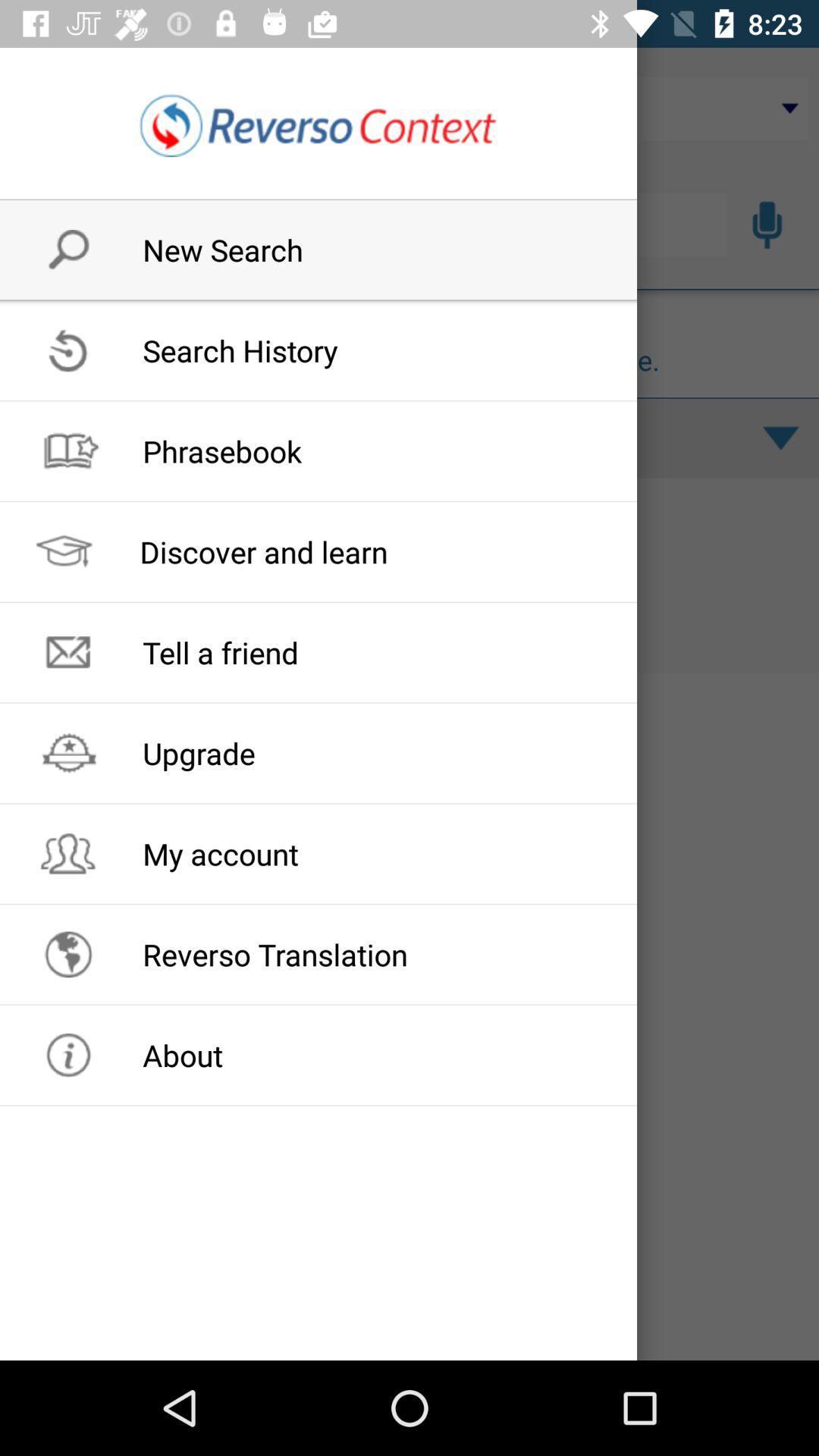 Image resolution: width=819 pixels, height=1456 pixels. What do you see at coordinates (767, 224) in the screenshot?
I see `the microphone icon` at bounding box center [767, 224].